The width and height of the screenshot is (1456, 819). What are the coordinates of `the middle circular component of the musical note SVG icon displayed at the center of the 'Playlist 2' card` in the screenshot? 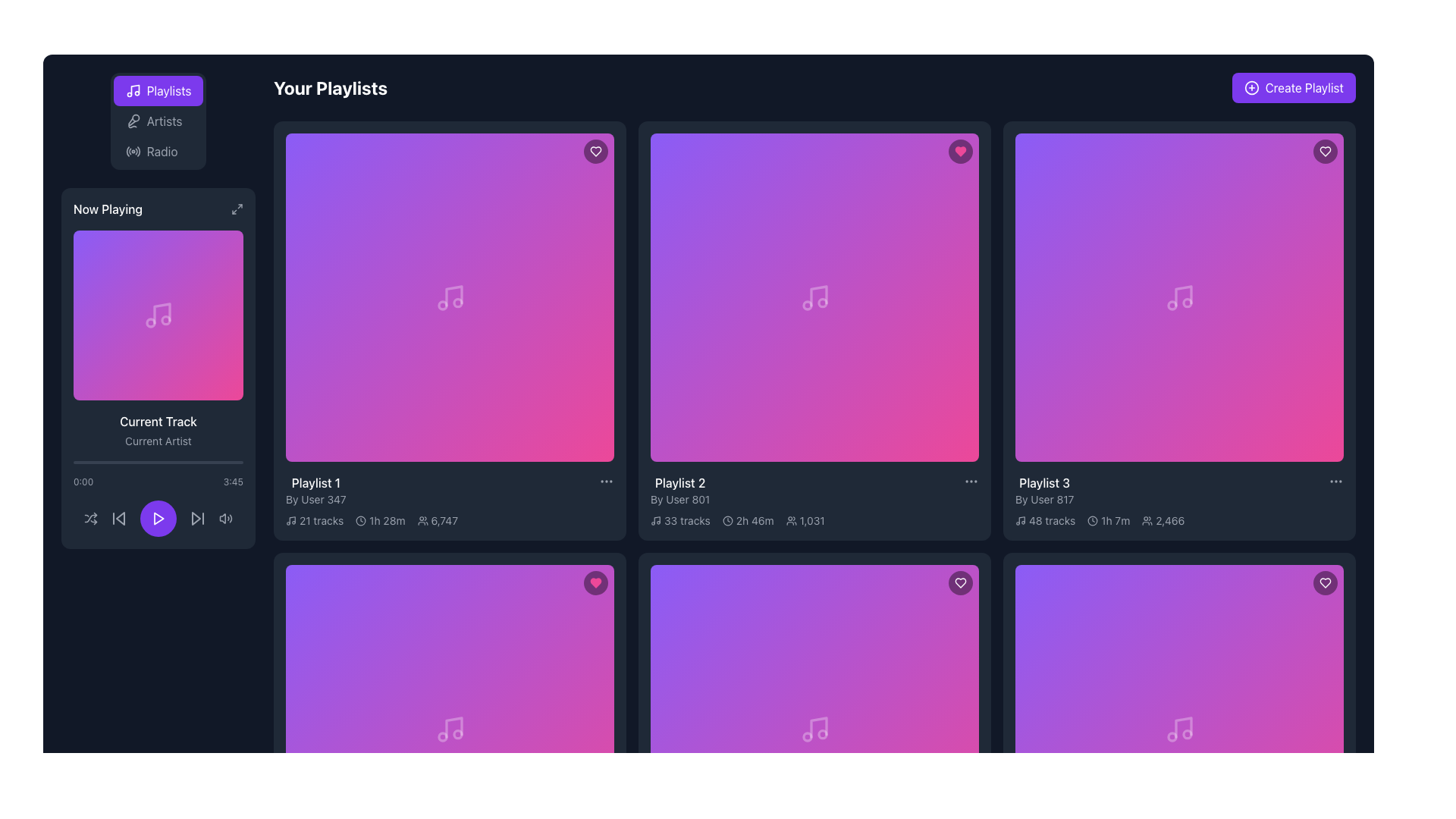 It's located at (806, 305).